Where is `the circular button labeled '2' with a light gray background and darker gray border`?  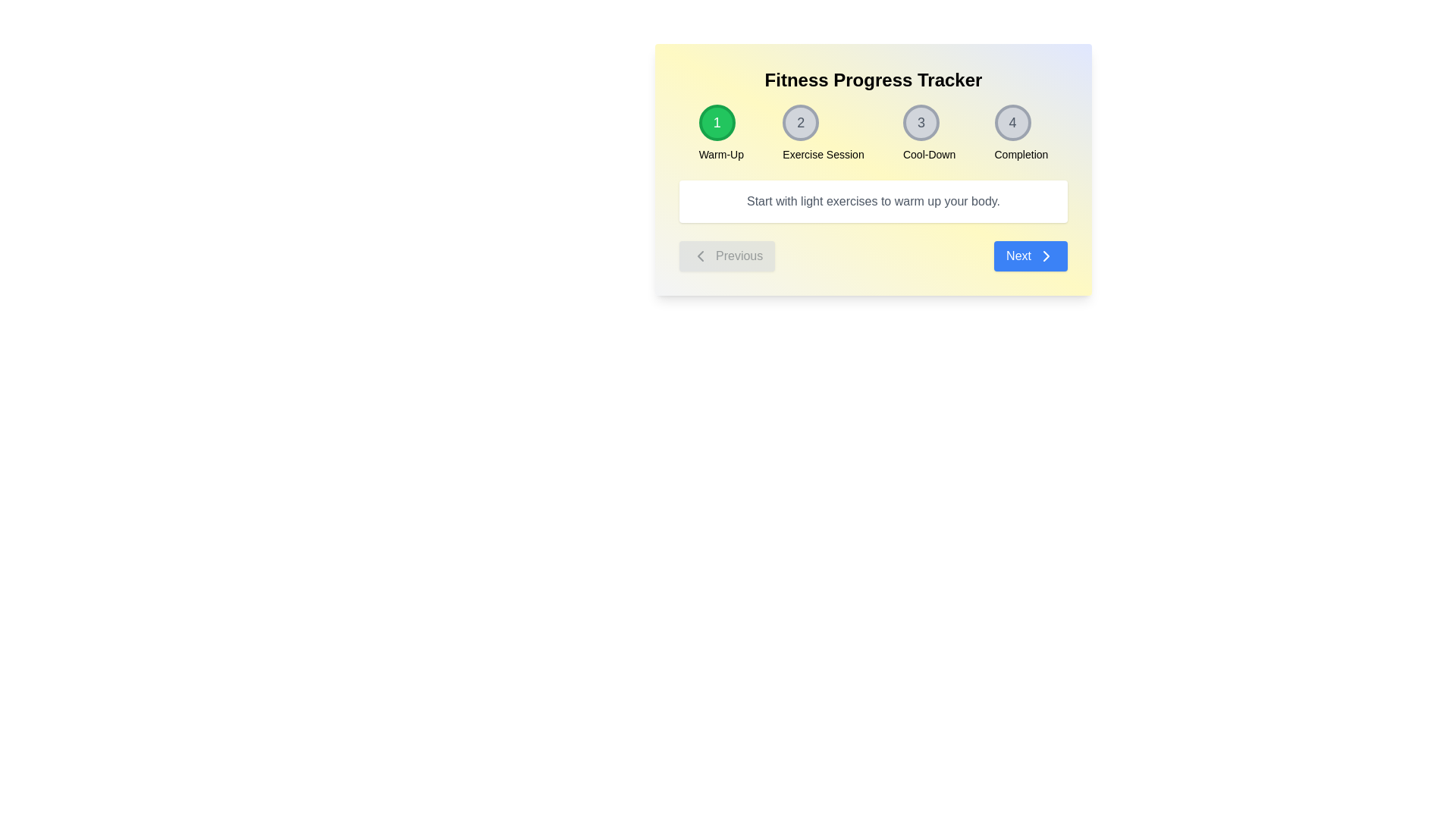 the circular button labeled '2' with a light gray background and darker gray border is located at coordinates (800, 122).